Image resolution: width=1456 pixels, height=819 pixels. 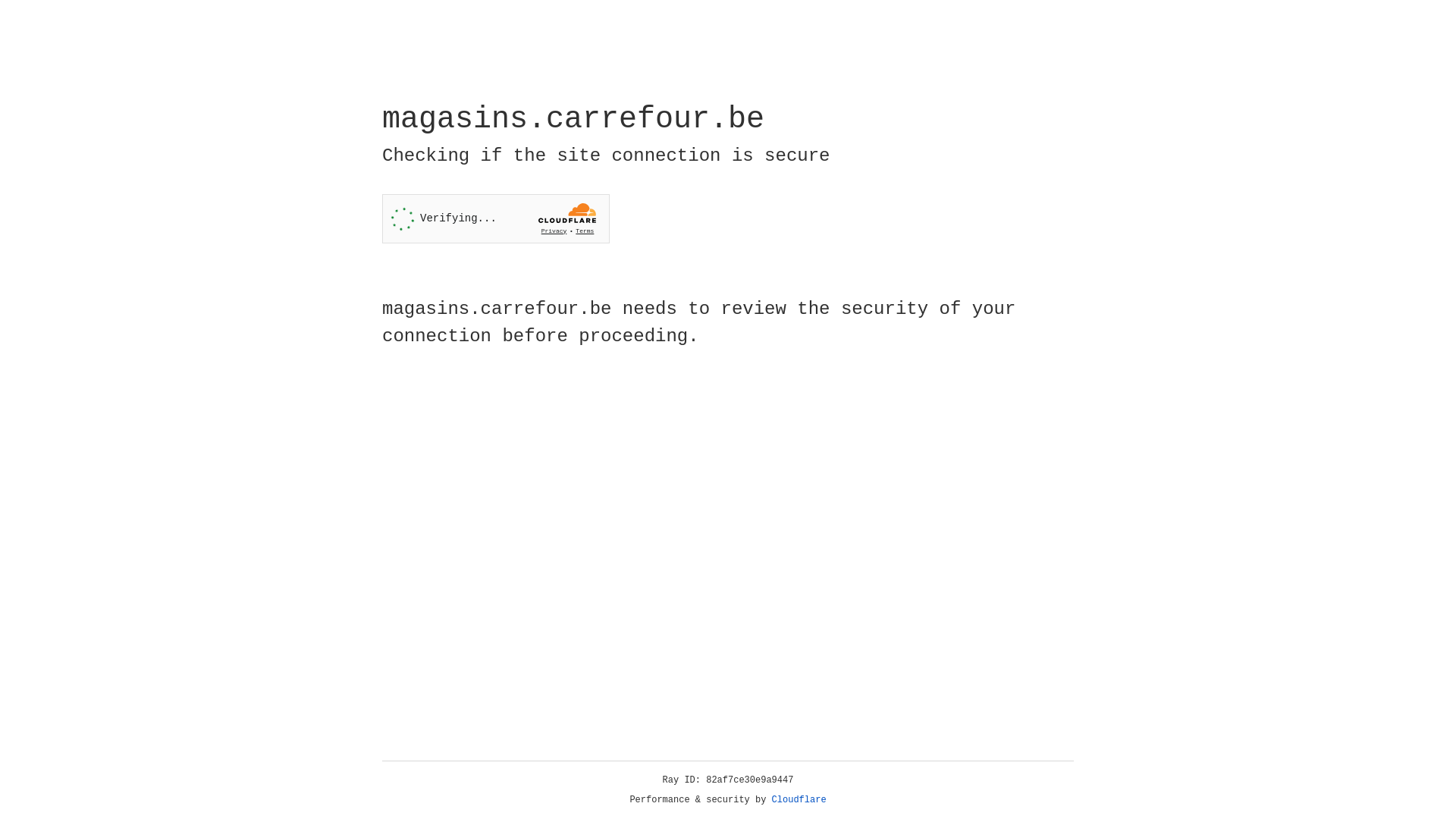 What do you see at coordinates (799, 799) in the screenshot?
I see `'Cloudflare'` at bounding box center [799, 799].